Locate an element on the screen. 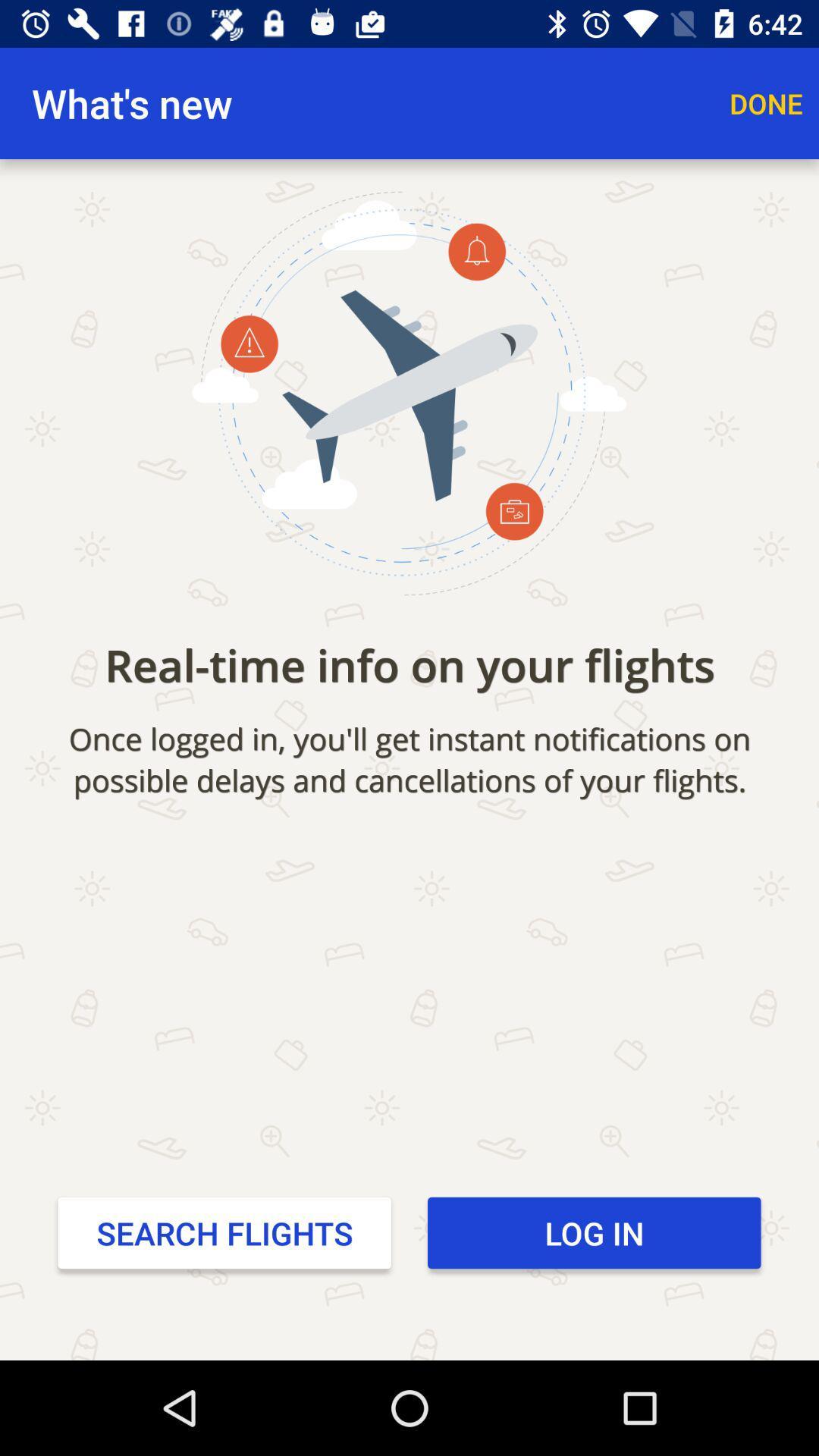 The height and width of the screenshot is (1456, 819). the icon to the left of the log in item is located at coordinates (224, 1233).